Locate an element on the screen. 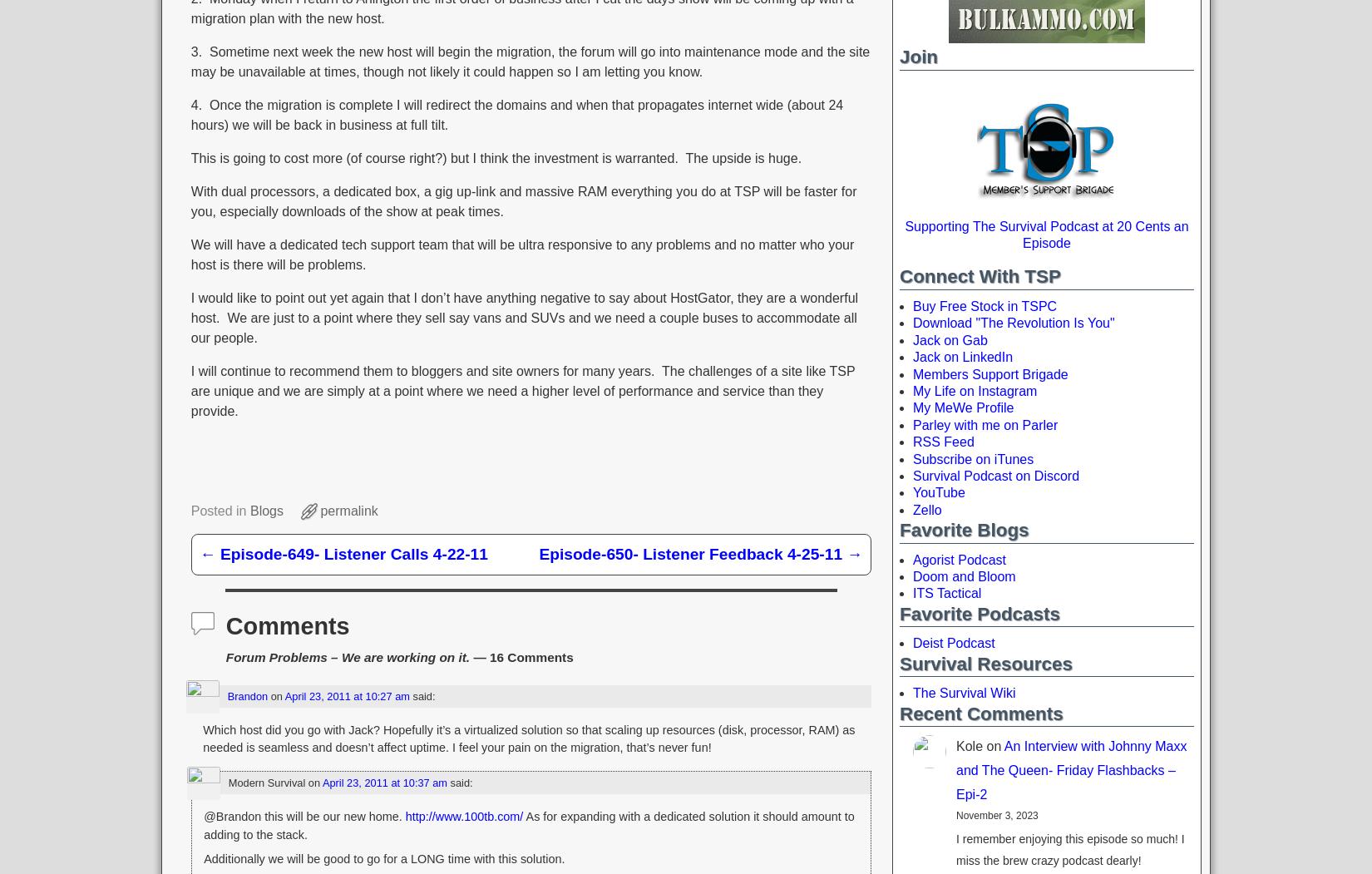 This screenshot has height=874, width=1372. 'Comments' is located at coordinates (225, 625).